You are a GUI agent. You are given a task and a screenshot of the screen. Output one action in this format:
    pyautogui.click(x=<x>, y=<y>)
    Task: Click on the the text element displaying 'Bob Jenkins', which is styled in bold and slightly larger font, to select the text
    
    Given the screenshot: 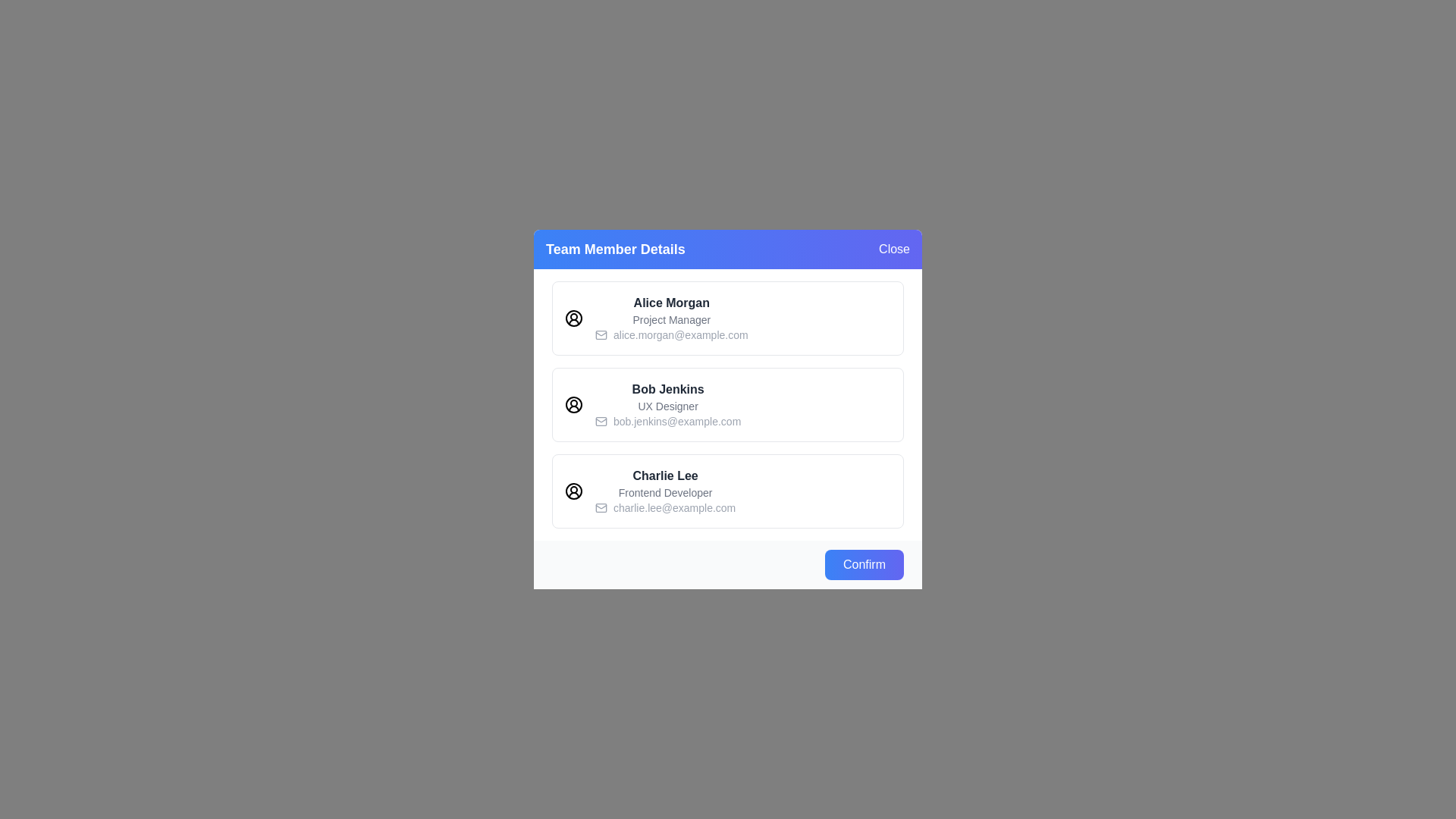 What is the action you would take?
    pyautogui.click(x=667, y=388)
    